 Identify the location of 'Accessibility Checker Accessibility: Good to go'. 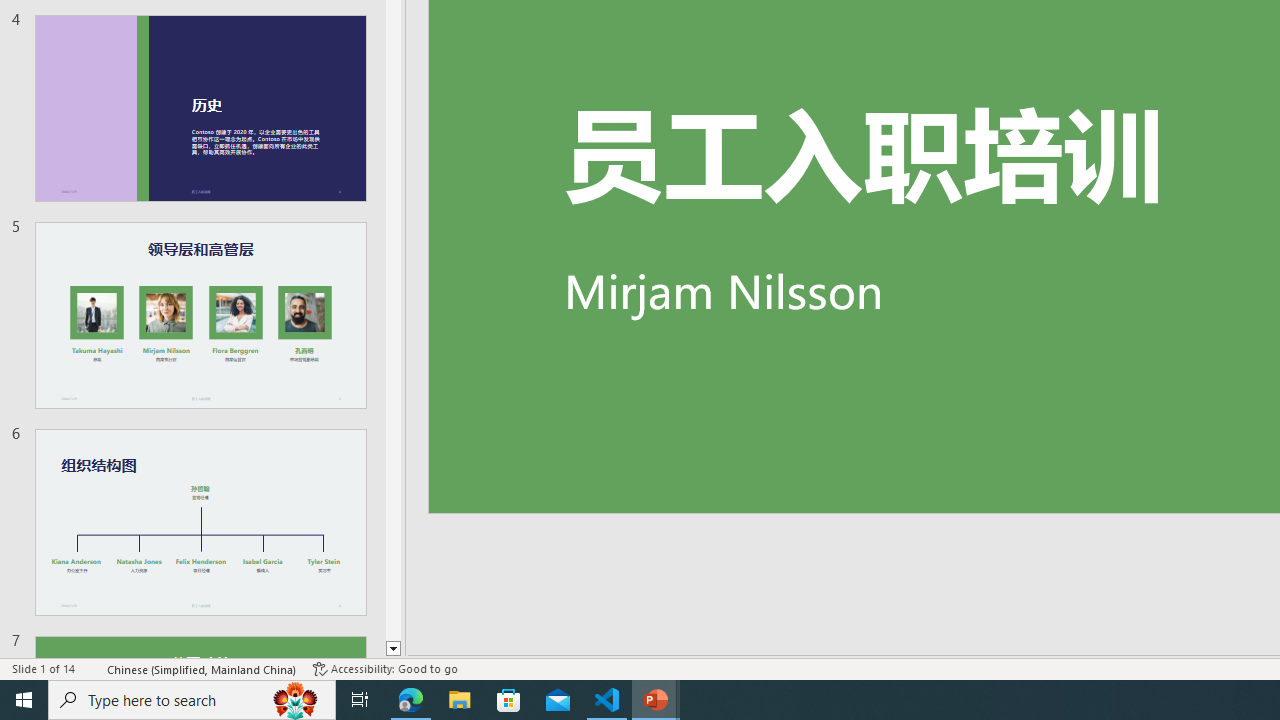
(385, 669).